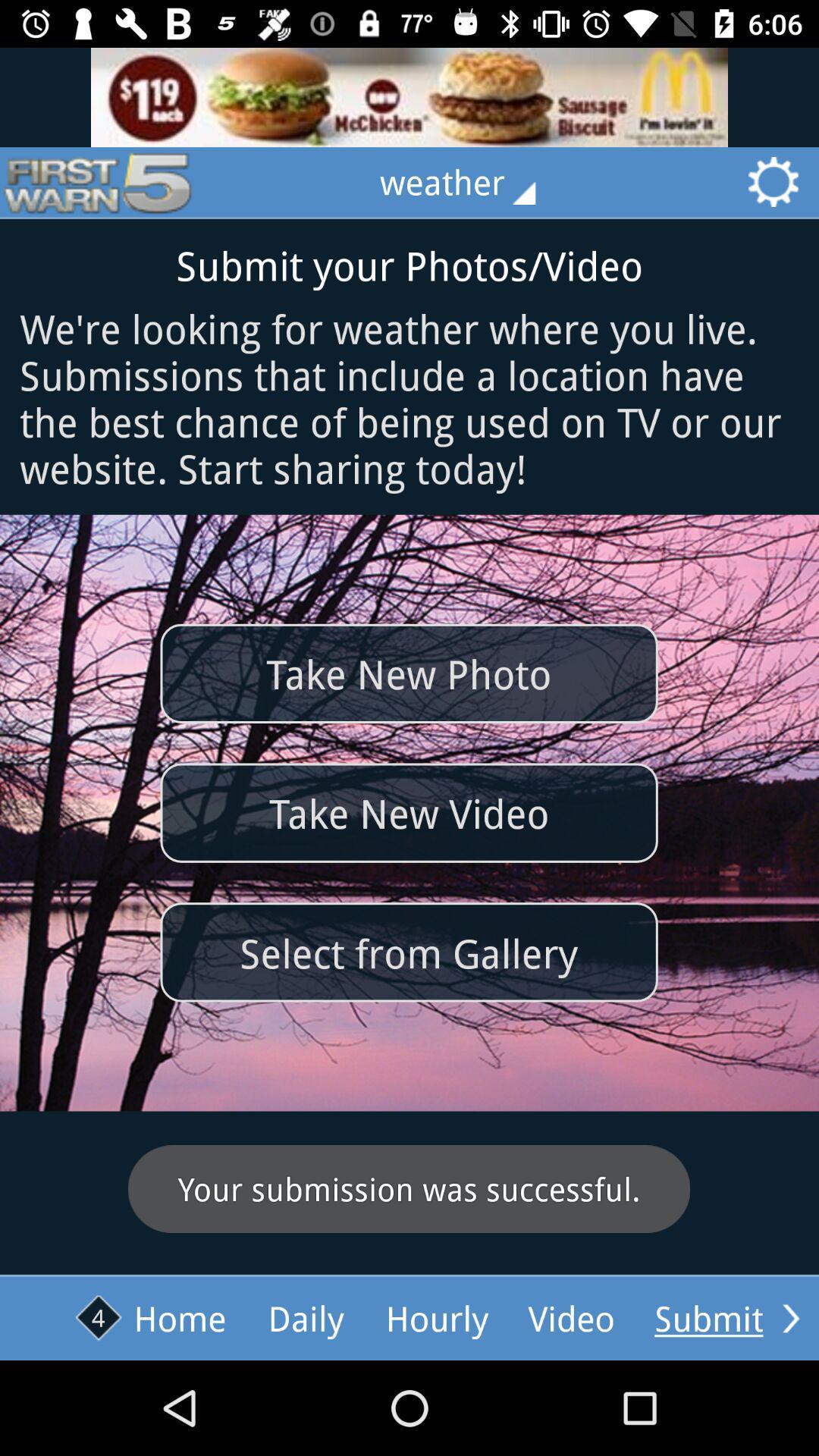 This screenshot has width=819, height=1456. I want to click on next option, so click(790, 1317).